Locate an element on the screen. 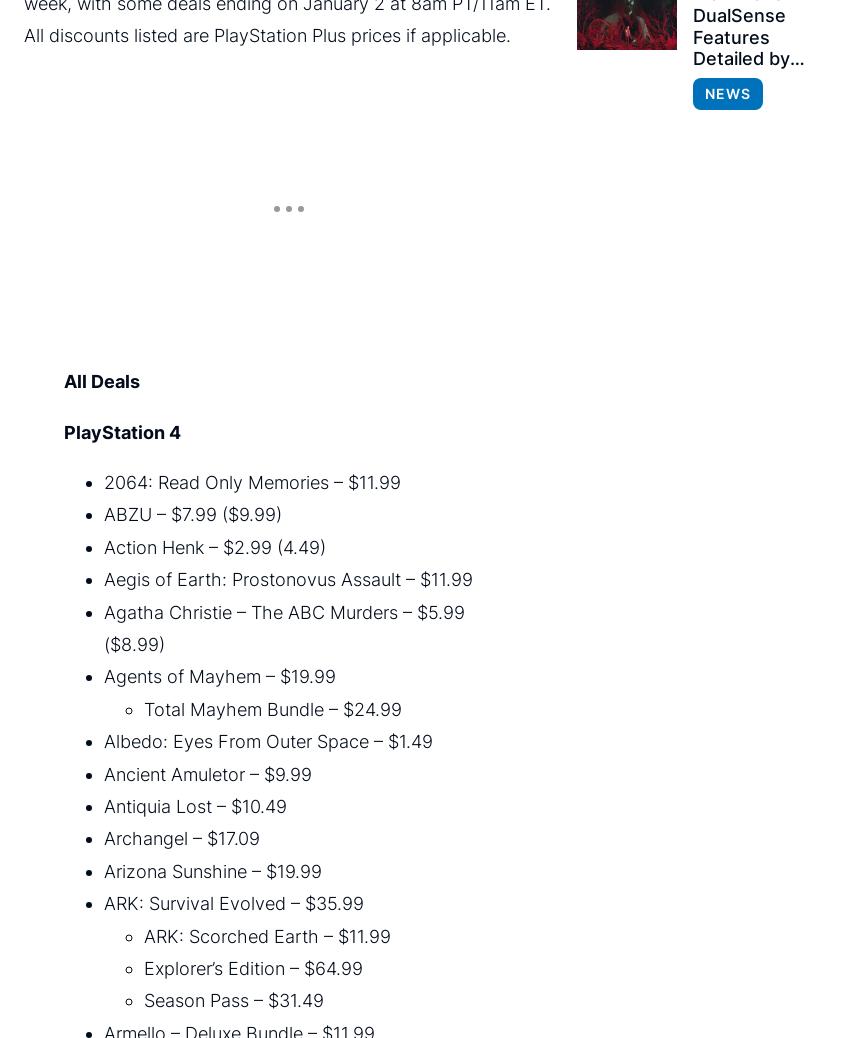  'Tyler Treese' is located at coordinates (255, 980).